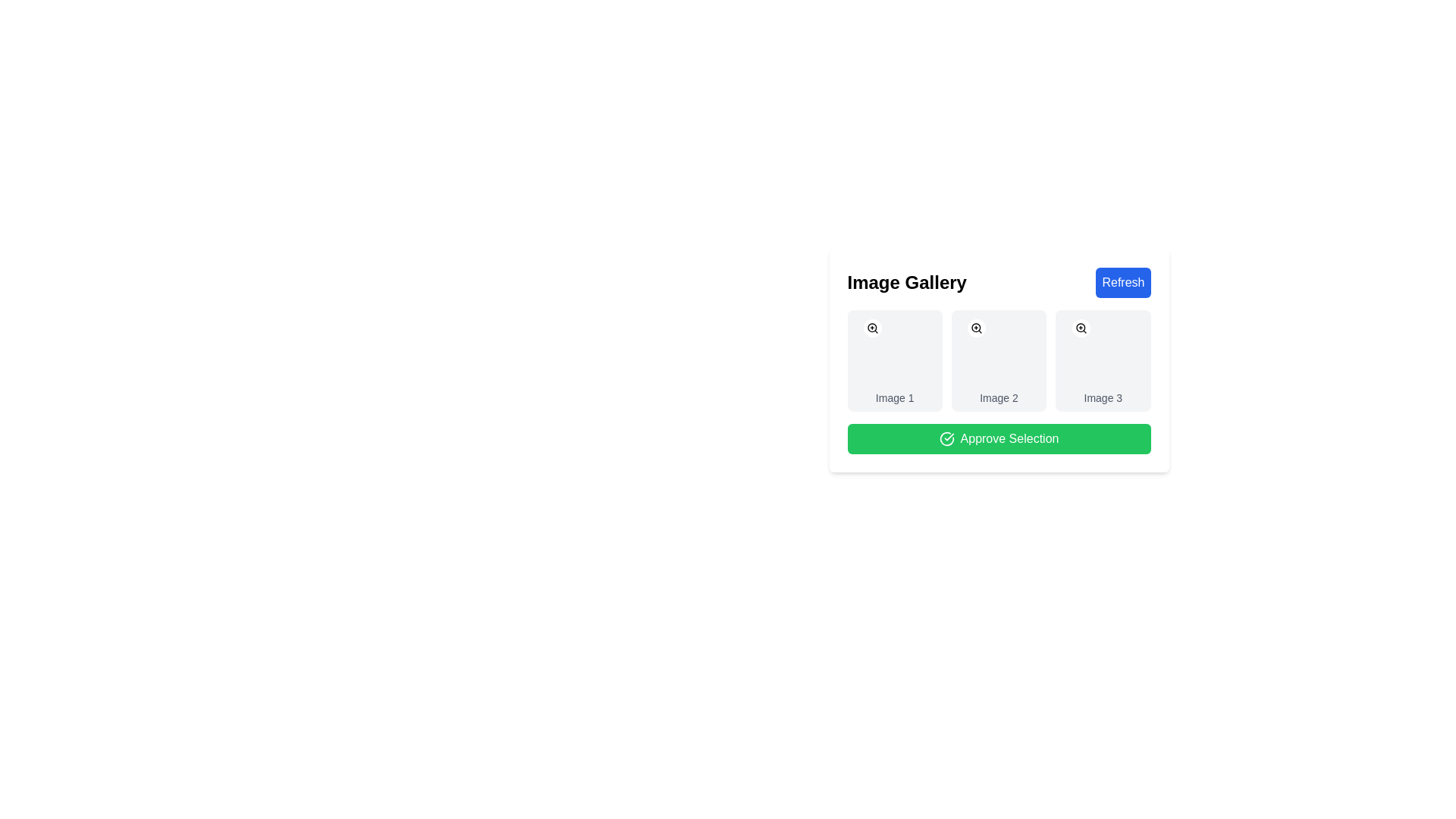 This screenshot has height=819, width=1456. What do you see at coordinates (1080, 327) in the screenshot?
I see `the zoom-in icon button located in the grid layout underneath the 'Image Gallery' title` at bounding box center [1080, 327].